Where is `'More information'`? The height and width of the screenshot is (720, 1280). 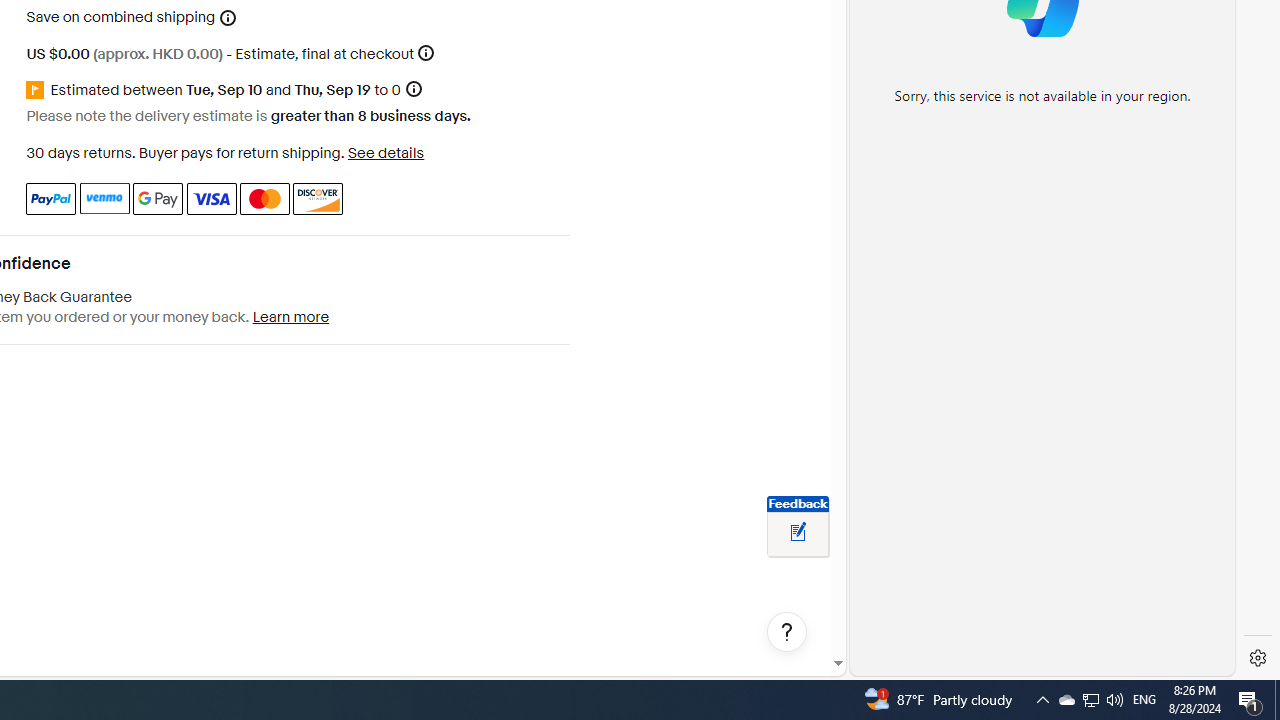 'More information' is located at coordinates (425, 51).